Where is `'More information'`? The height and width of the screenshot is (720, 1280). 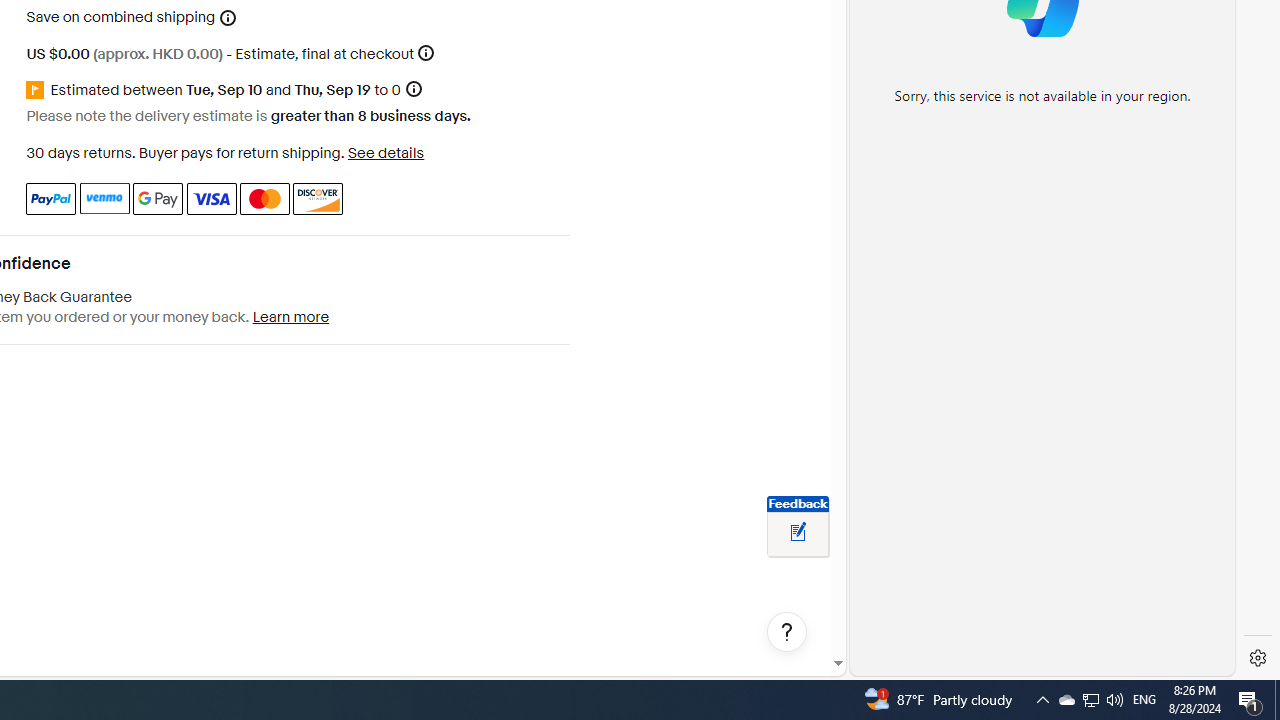 'More information' is located at coordinates (425, 51).